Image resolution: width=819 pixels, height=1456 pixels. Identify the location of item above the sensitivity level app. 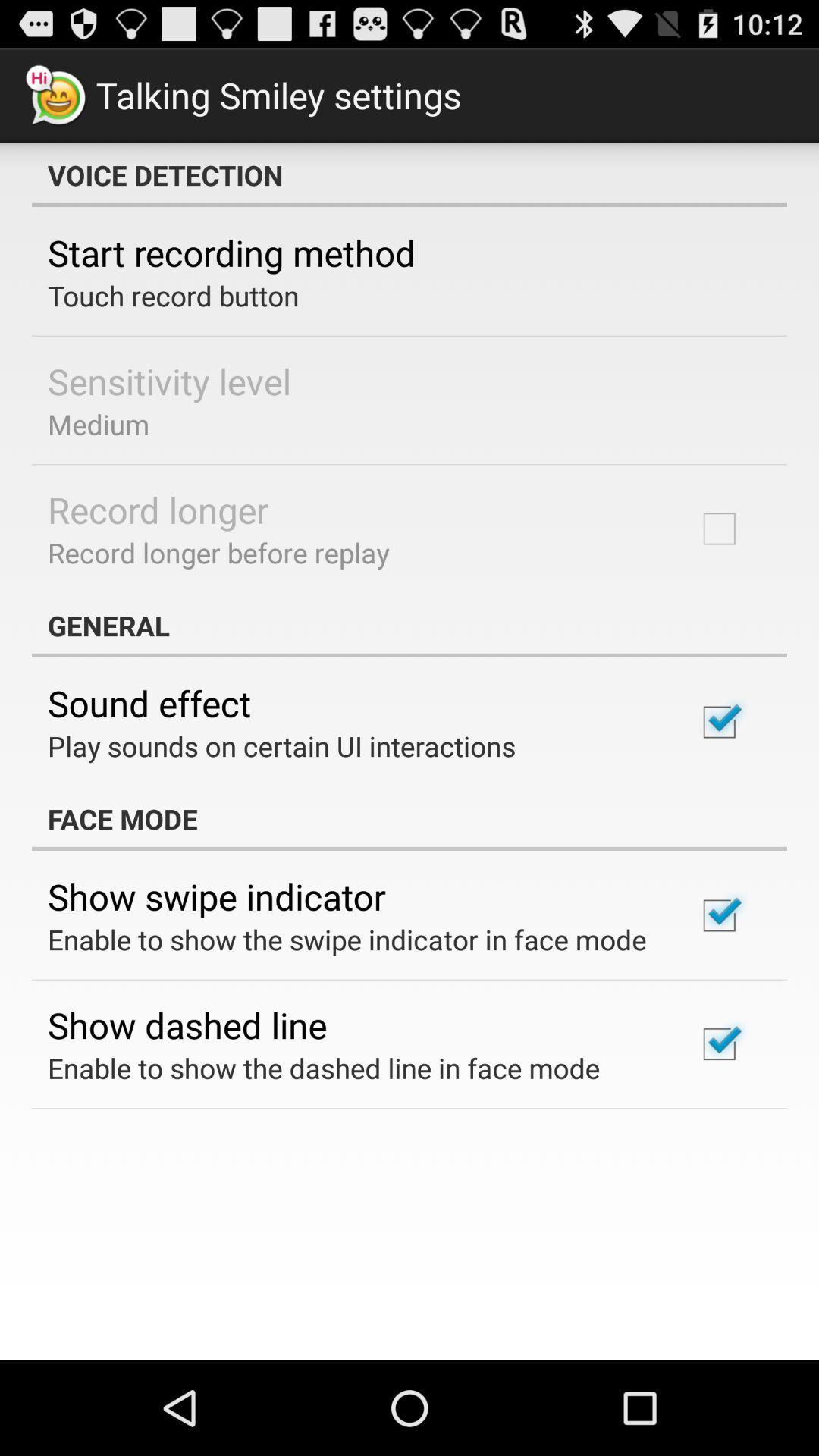
(172, 295).